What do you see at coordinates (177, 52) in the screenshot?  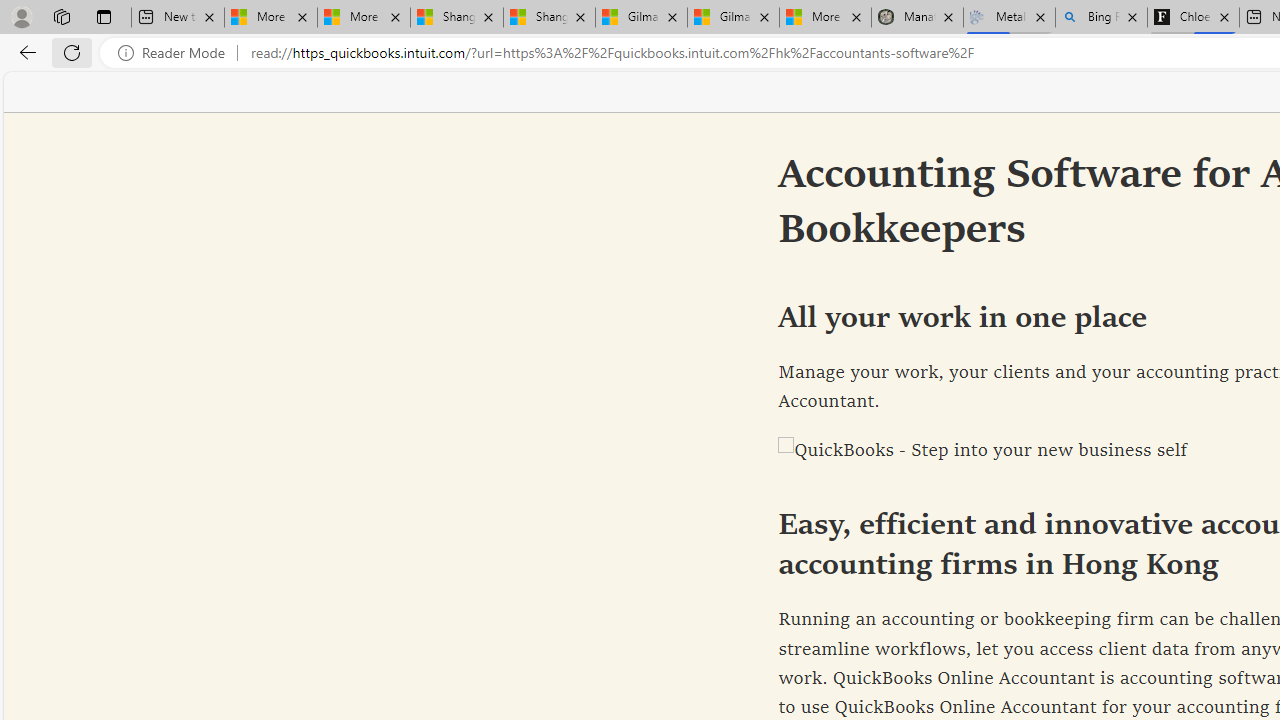 I see `'Reader Mode'` at bounding box center [177, 52].